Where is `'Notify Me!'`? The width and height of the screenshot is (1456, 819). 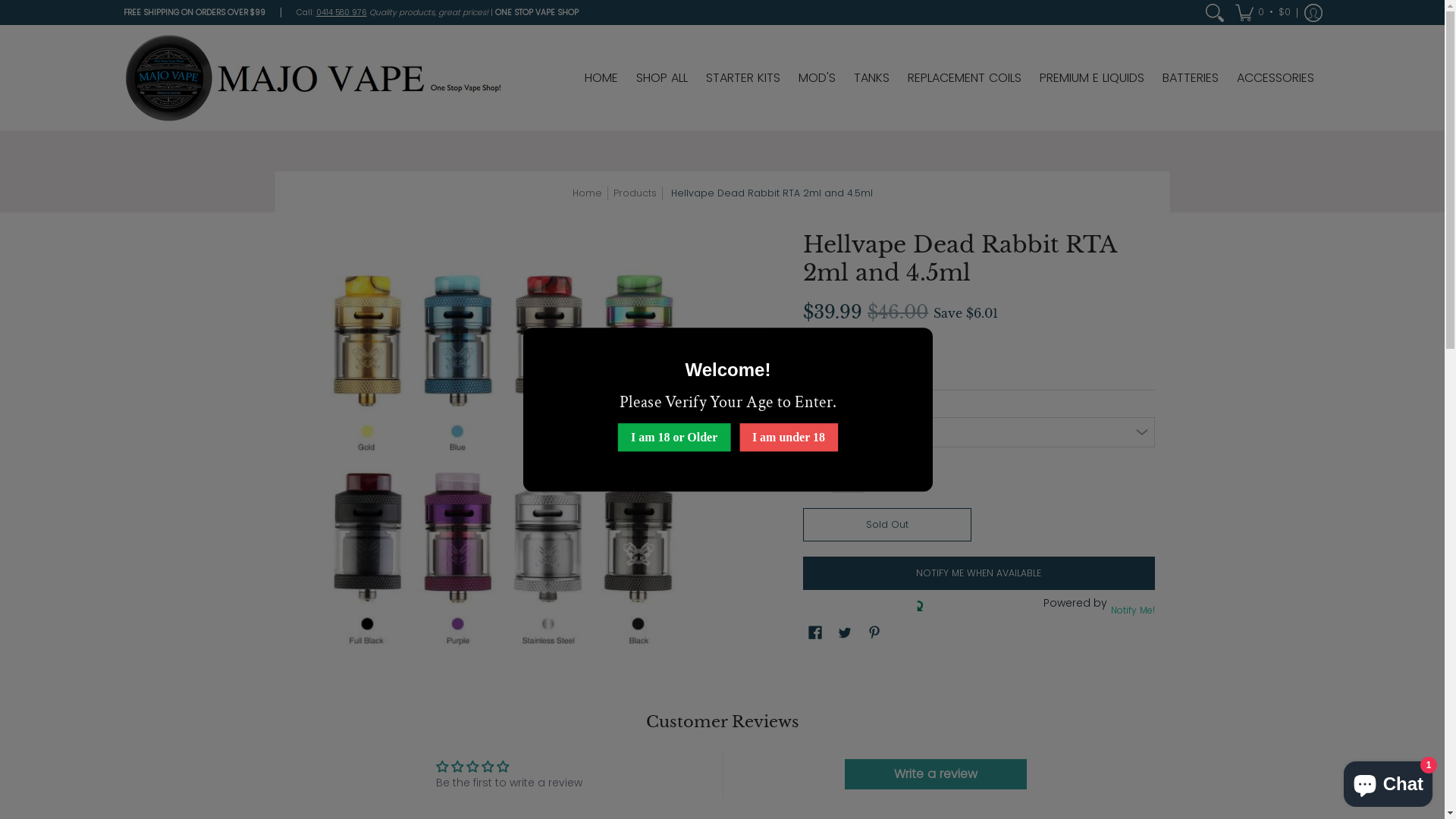 'Notify Me!' is located at coordinates (1106, 609).